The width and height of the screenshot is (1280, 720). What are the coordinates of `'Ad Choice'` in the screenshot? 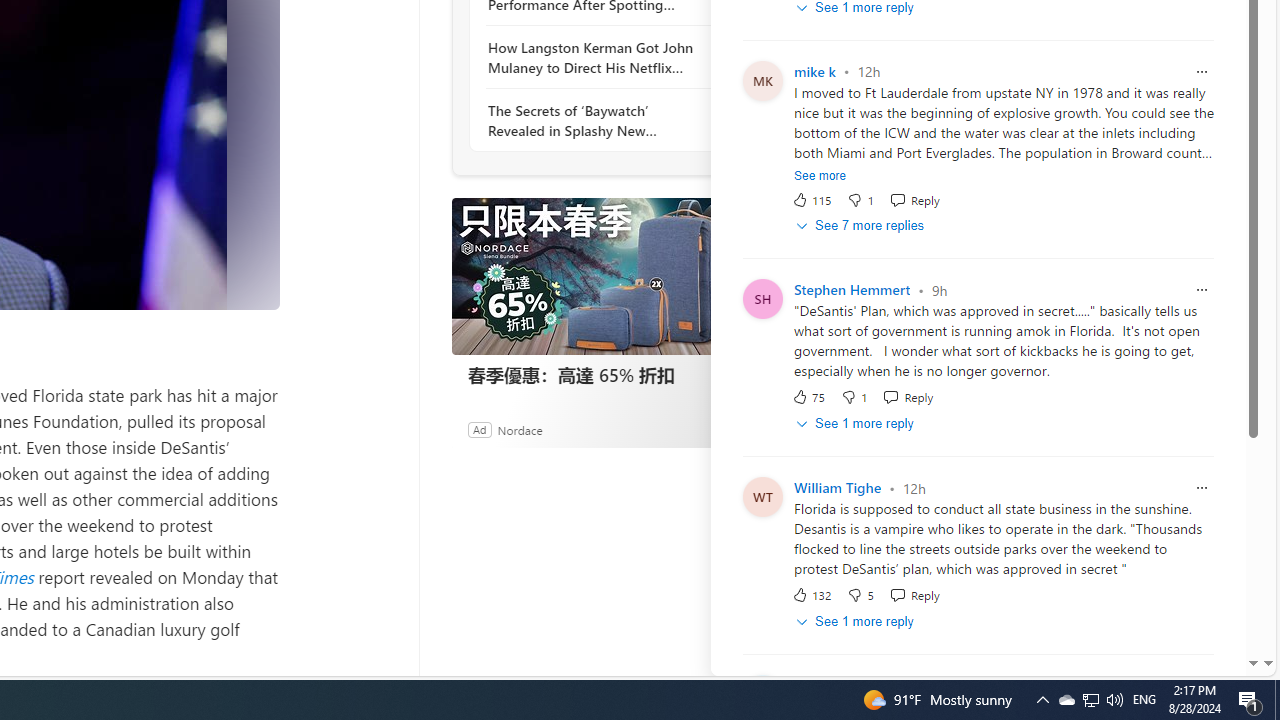 It's located at (728, 428).